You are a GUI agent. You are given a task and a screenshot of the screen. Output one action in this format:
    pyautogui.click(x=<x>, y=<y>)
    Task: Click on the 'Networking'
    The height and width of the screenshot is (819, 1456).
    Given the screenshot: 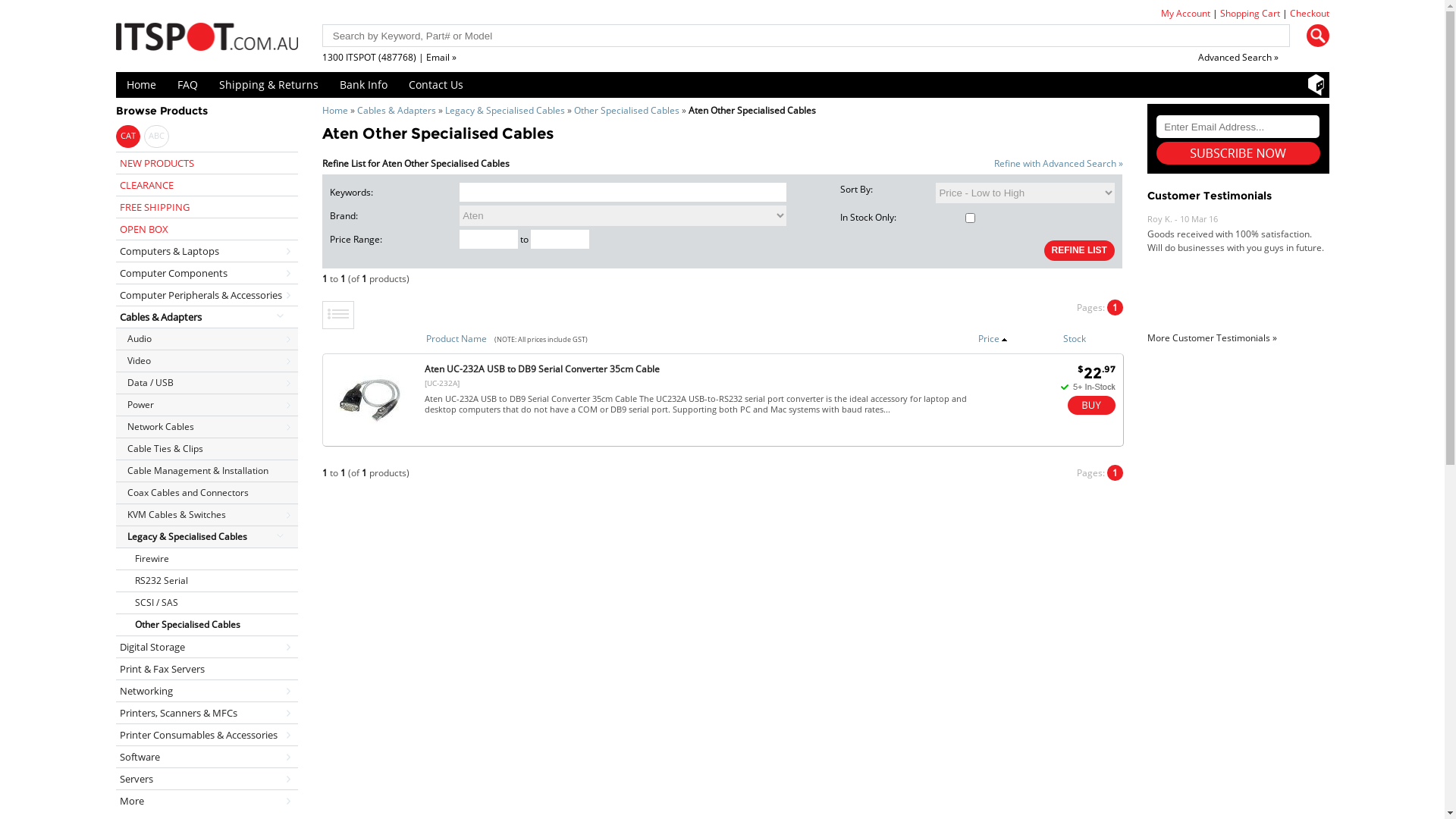 What is the action you would take?
    pyautogui.click(x=206, y=690)
    